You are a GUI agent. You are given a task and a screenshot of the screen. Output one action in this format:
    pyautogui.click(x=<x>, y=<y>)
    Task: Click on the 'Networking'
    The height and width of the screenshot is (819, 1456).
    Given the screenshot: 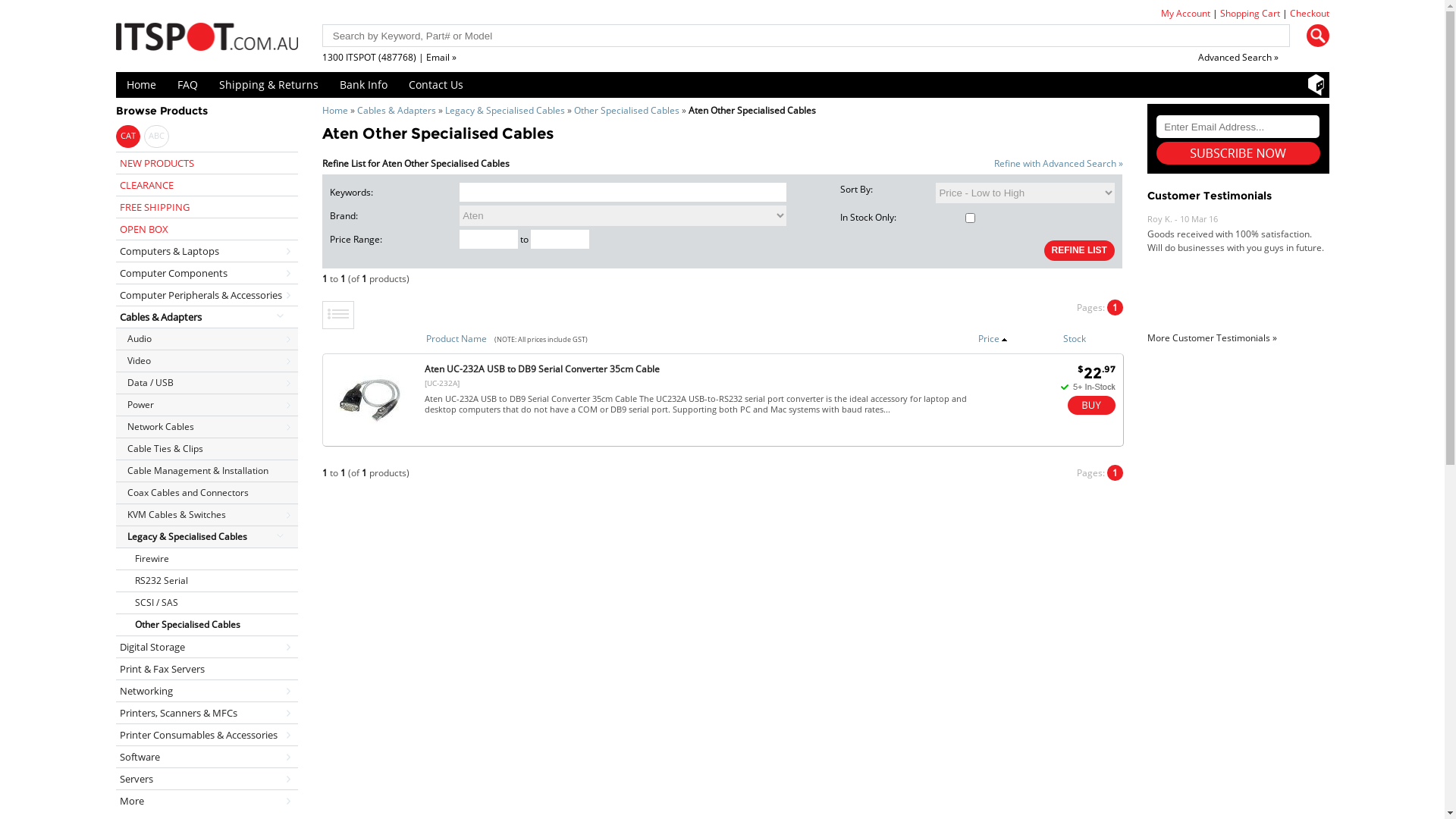 What is the action you would take?
    pyautogui.click(x=206, y=690)
    